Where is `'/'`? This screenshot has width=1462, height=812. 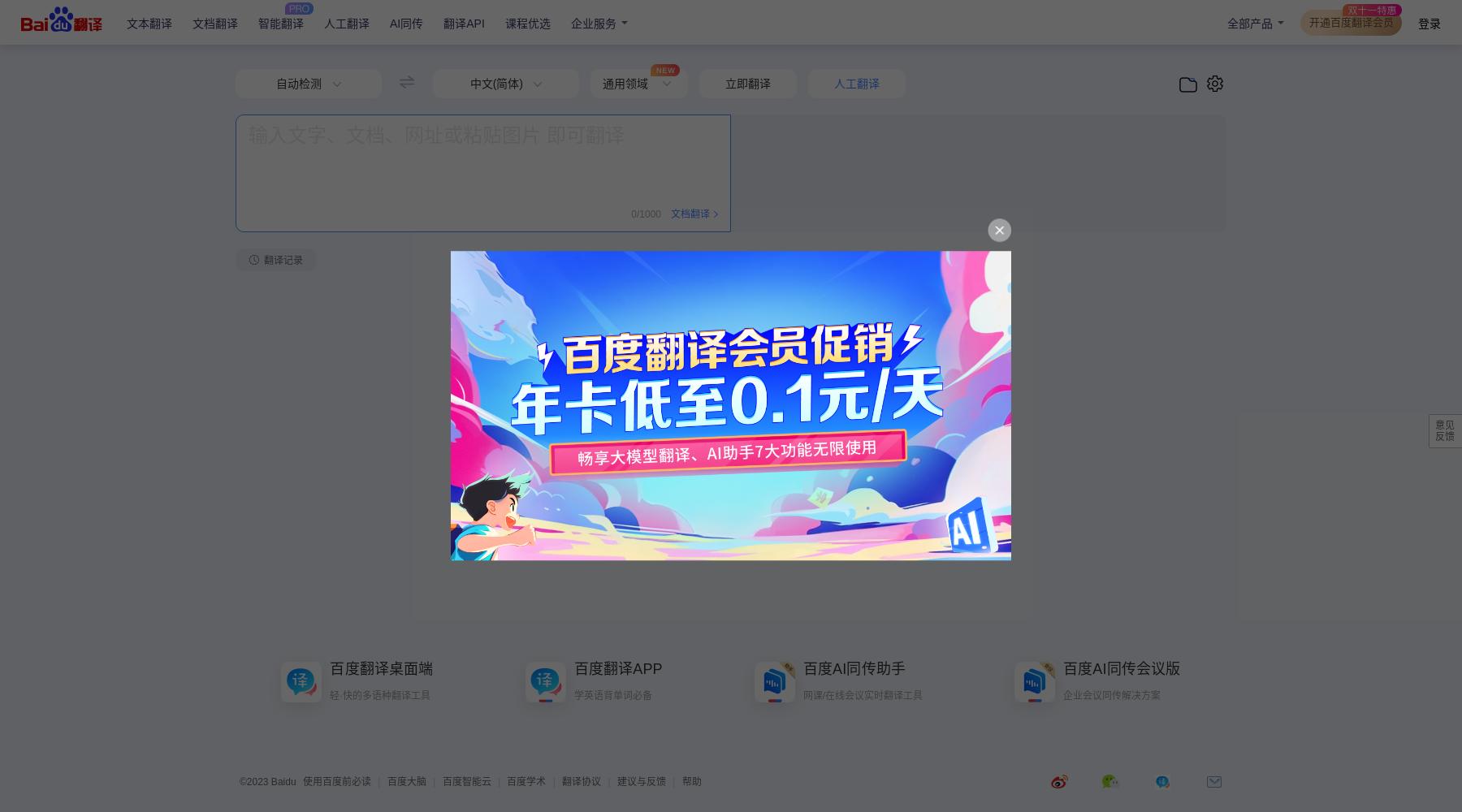
'/' is located at coordinates (636, 214).